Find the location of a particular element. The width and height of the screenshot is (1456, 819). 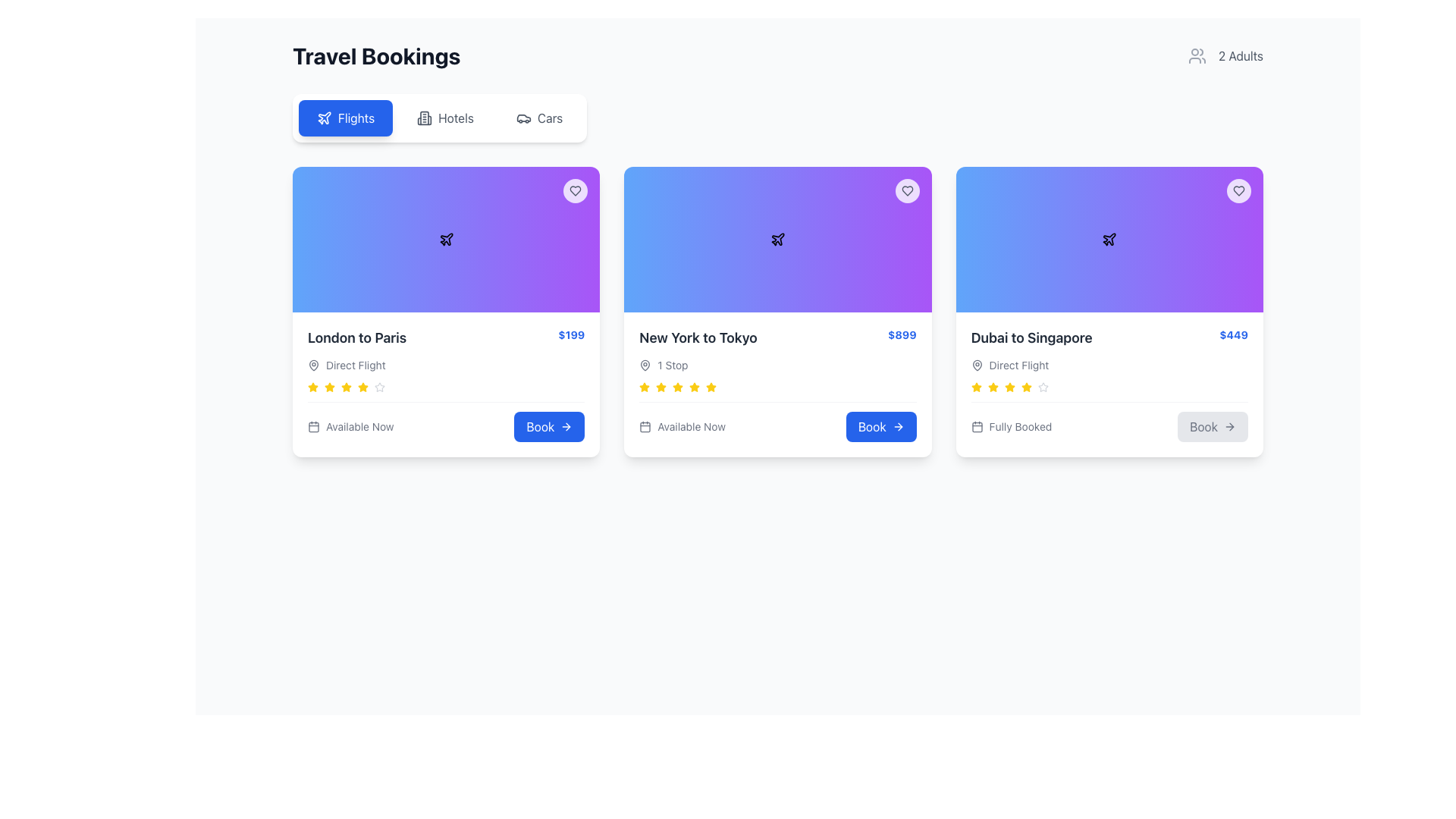

the Navigation or Category Selector button is located at coordinates (439, 117).